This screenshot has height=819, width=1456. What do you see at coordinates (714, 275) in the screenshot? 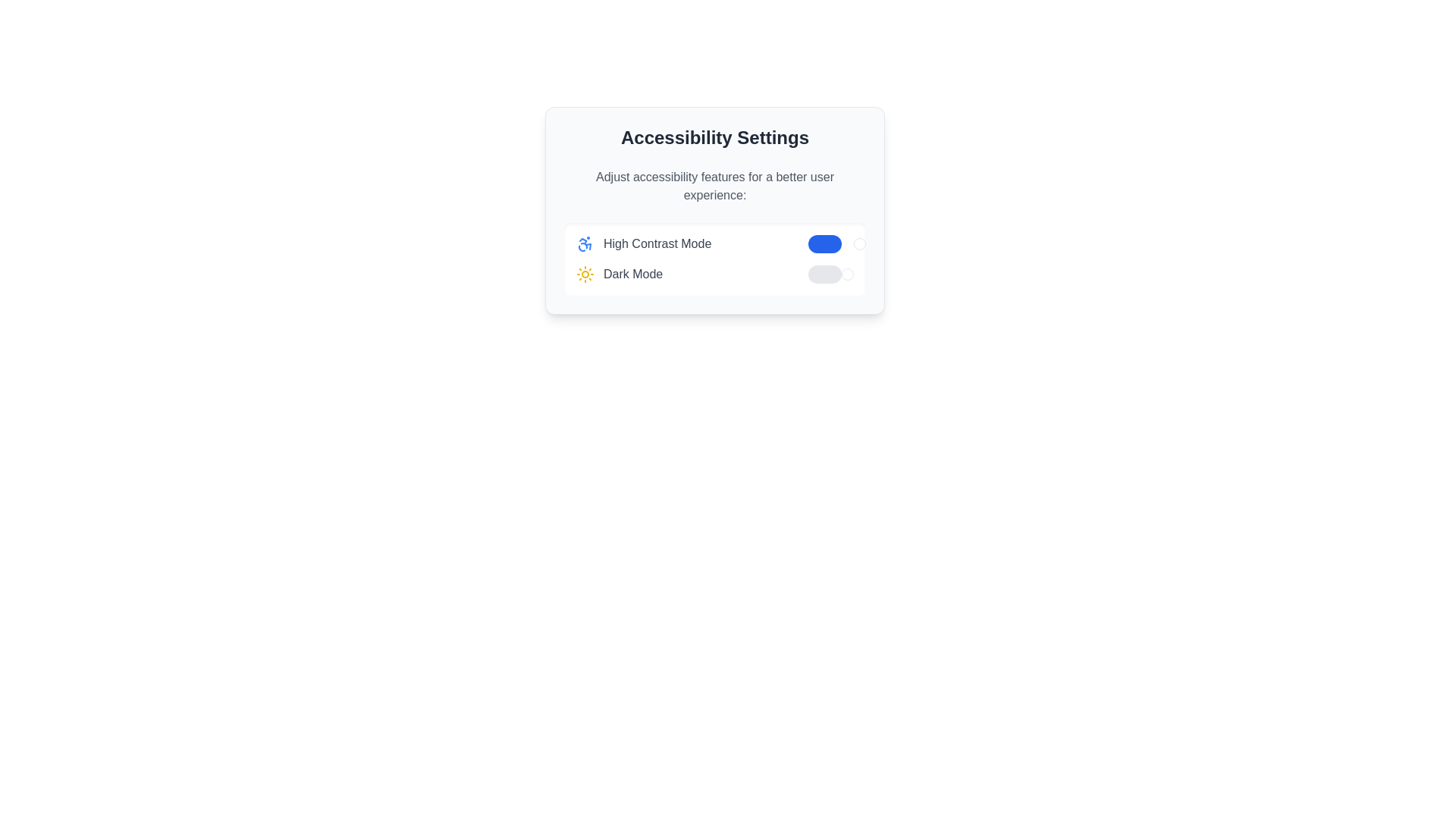
I see `the Toggle setting option for Dark Mode located in the 'Accessibility Settings' card` at bounding box center [714, 275].